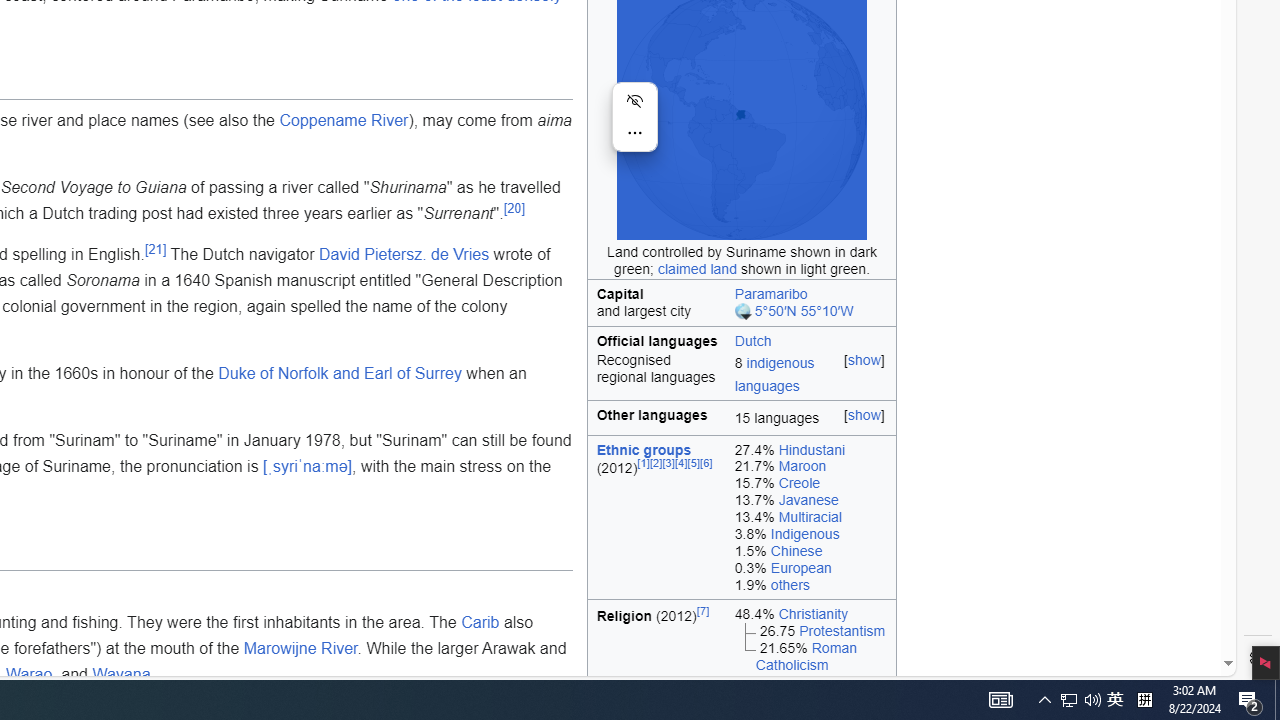 The image size is (1280, 720). I want to click on 'claimed land', so click(697, 267).